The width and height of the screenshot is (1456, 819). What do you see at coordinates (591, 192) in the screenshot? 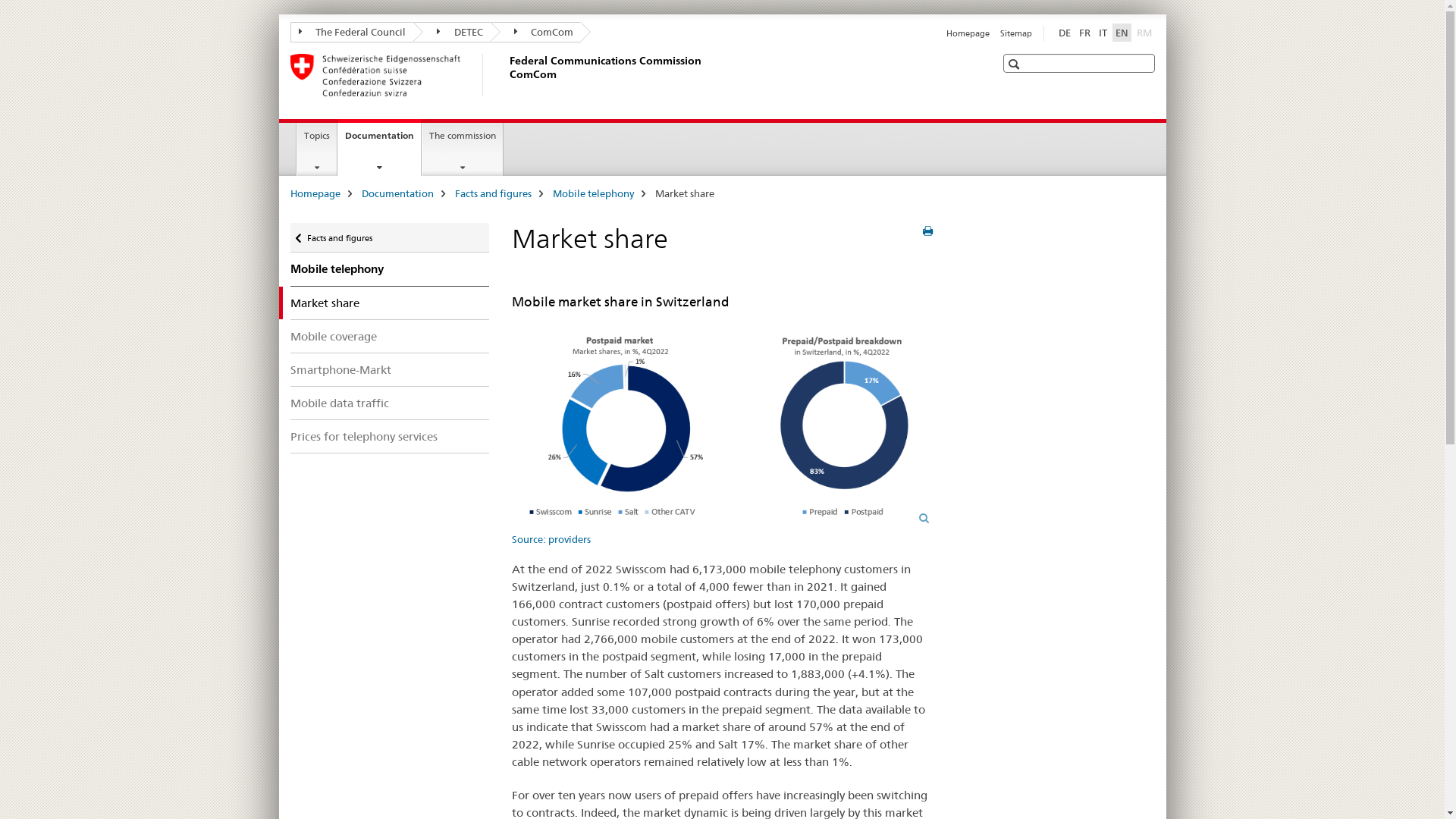
I see `'Mobile telephony'` at bounding box center [591, 192].